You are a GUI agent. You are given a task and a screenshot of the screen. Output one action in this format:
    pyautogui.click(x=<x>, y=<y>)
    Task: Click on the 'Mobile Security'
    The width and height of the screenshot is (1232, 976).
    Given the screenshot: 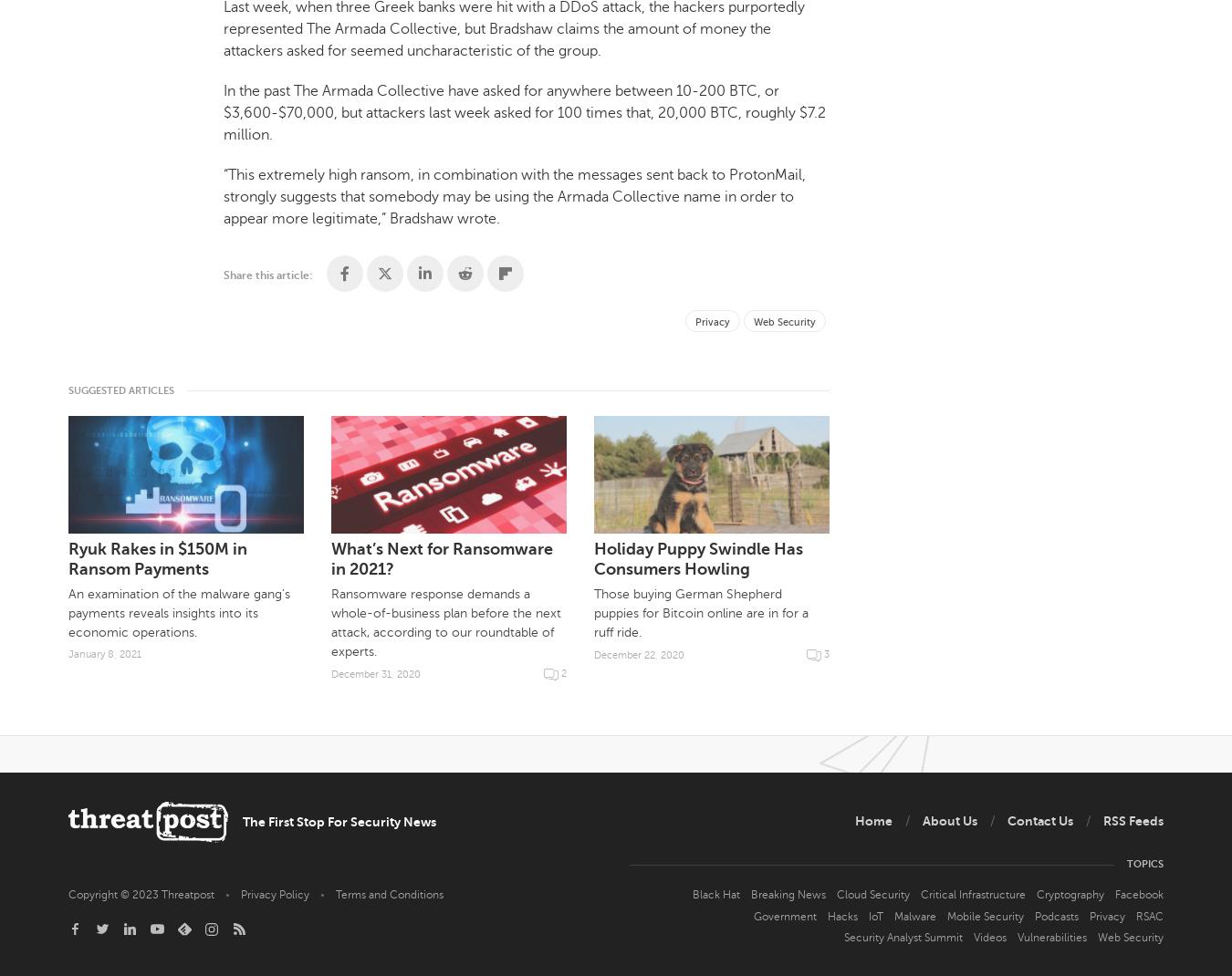 What is the action you would take?
    pyautogui.click(x=986, y=915)
    